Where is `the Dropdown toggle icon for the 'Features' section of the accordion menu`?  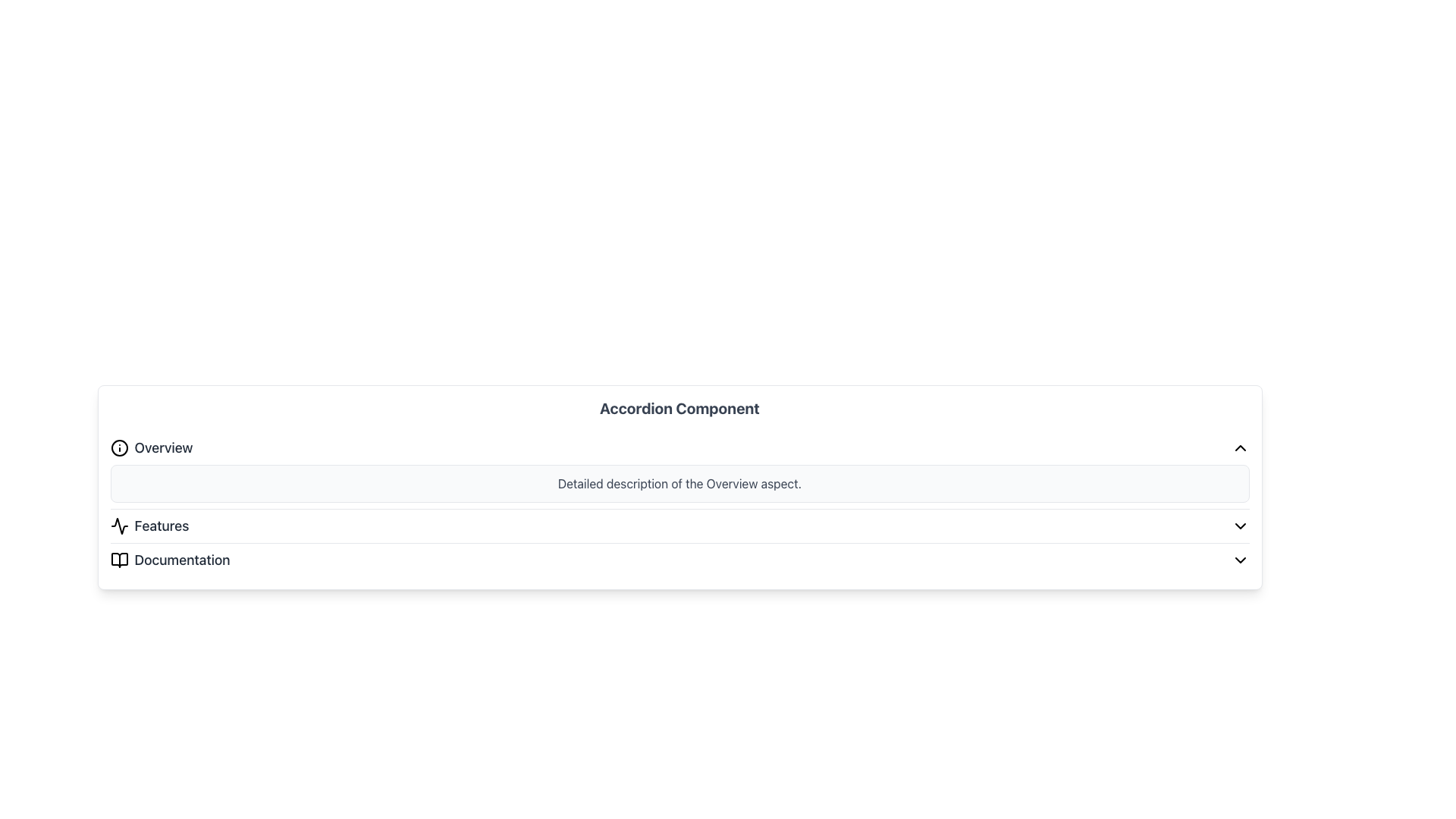
the Dropdown toggle icon for the 'Features' section of the accordion menu is located at coordinates (1240, 526).